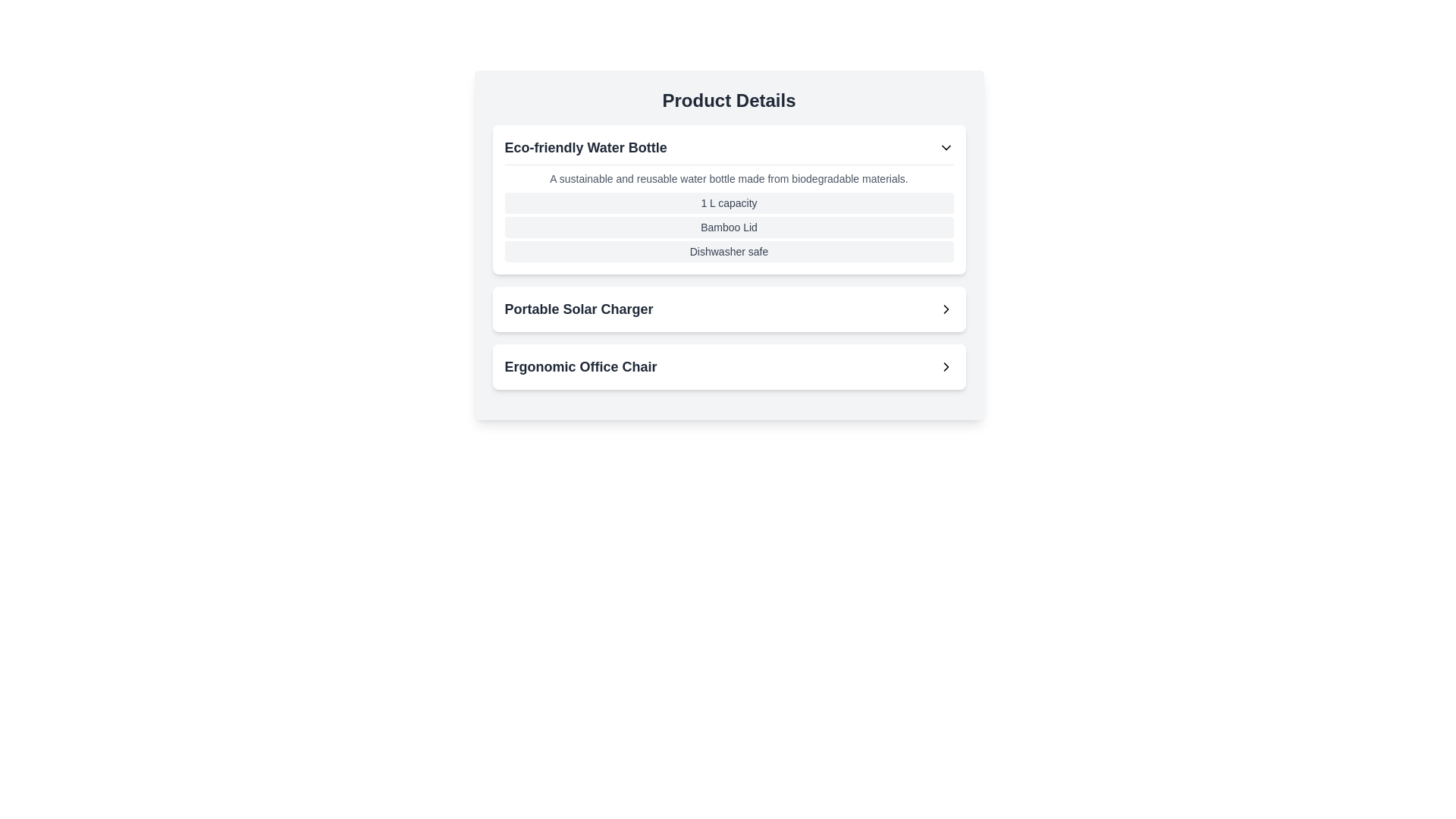 Image resolution: width=1456 pixels, height=819 pixels. I want to click on the text label displaying 'Ergonomic Office Chair' in bold font, located in the third row of the 'Product Details' section, so click(580, 366).